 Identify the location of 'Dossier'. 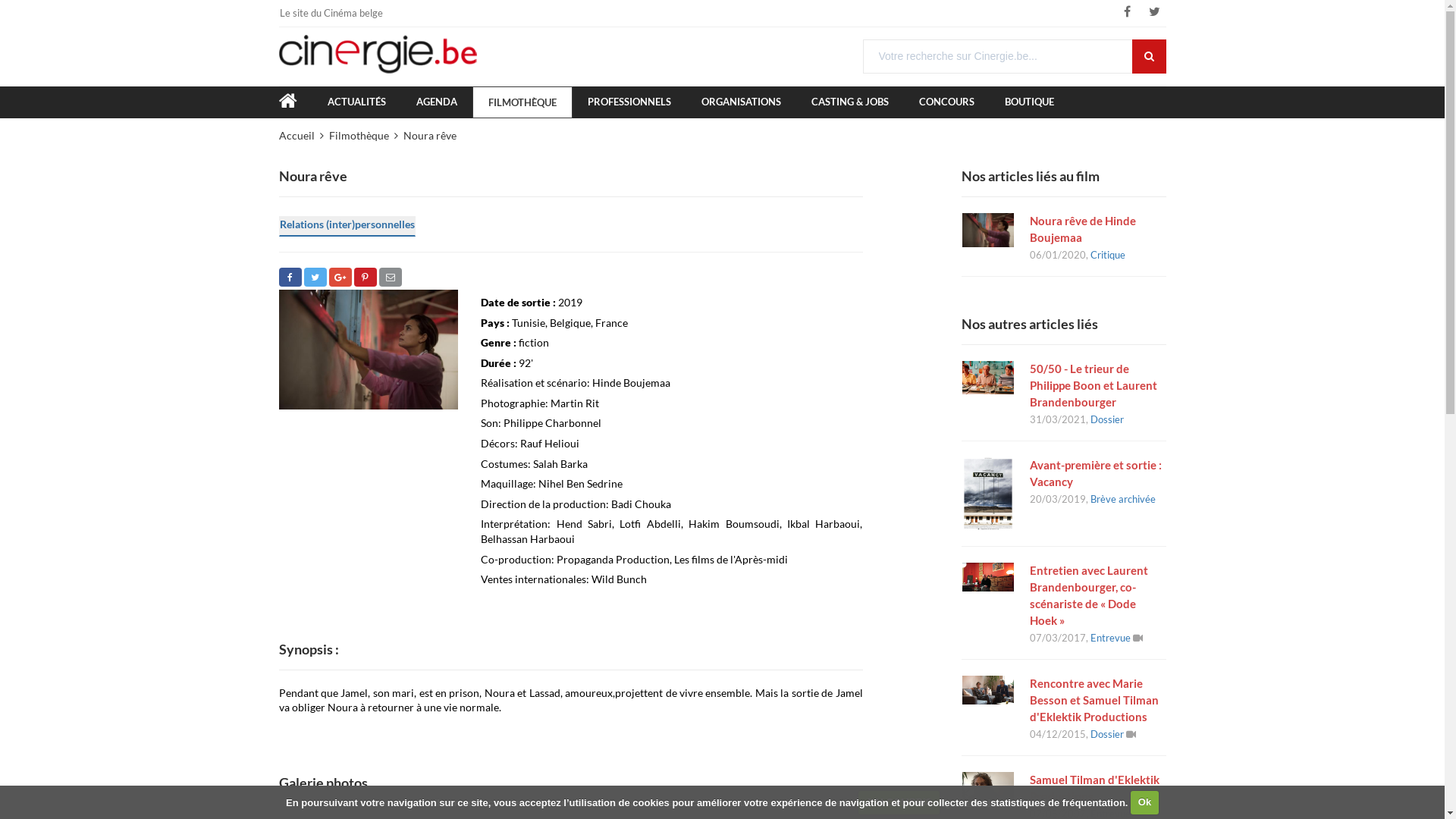
(1106, 419).